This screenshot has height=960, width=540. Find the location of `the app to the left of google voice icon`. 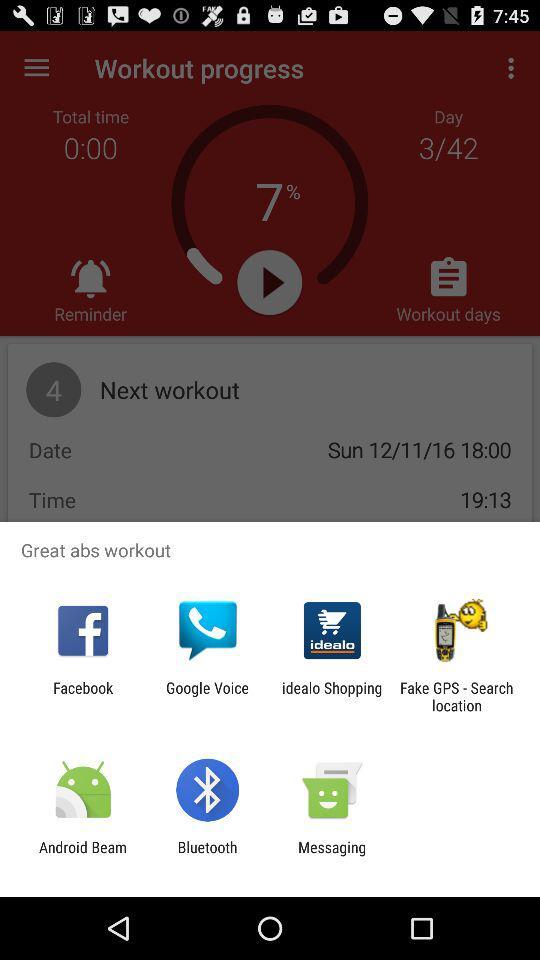

the app to the left of google voice icon is located at coordinates (82, 696).